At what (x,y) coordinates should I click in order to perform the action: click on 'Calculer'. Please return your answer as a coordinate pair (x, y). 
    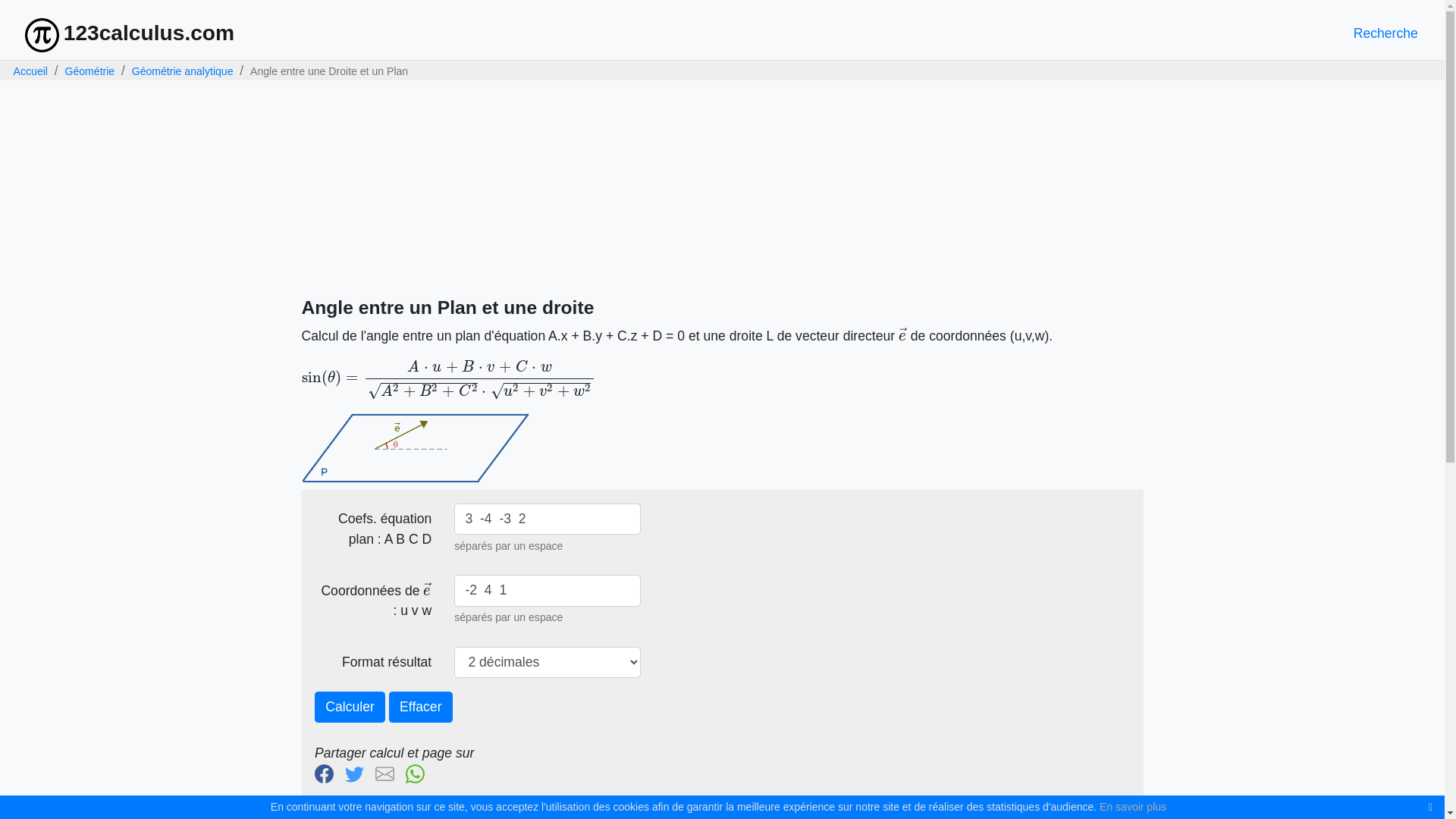
    Looking at the image, I should click on (313, 708).